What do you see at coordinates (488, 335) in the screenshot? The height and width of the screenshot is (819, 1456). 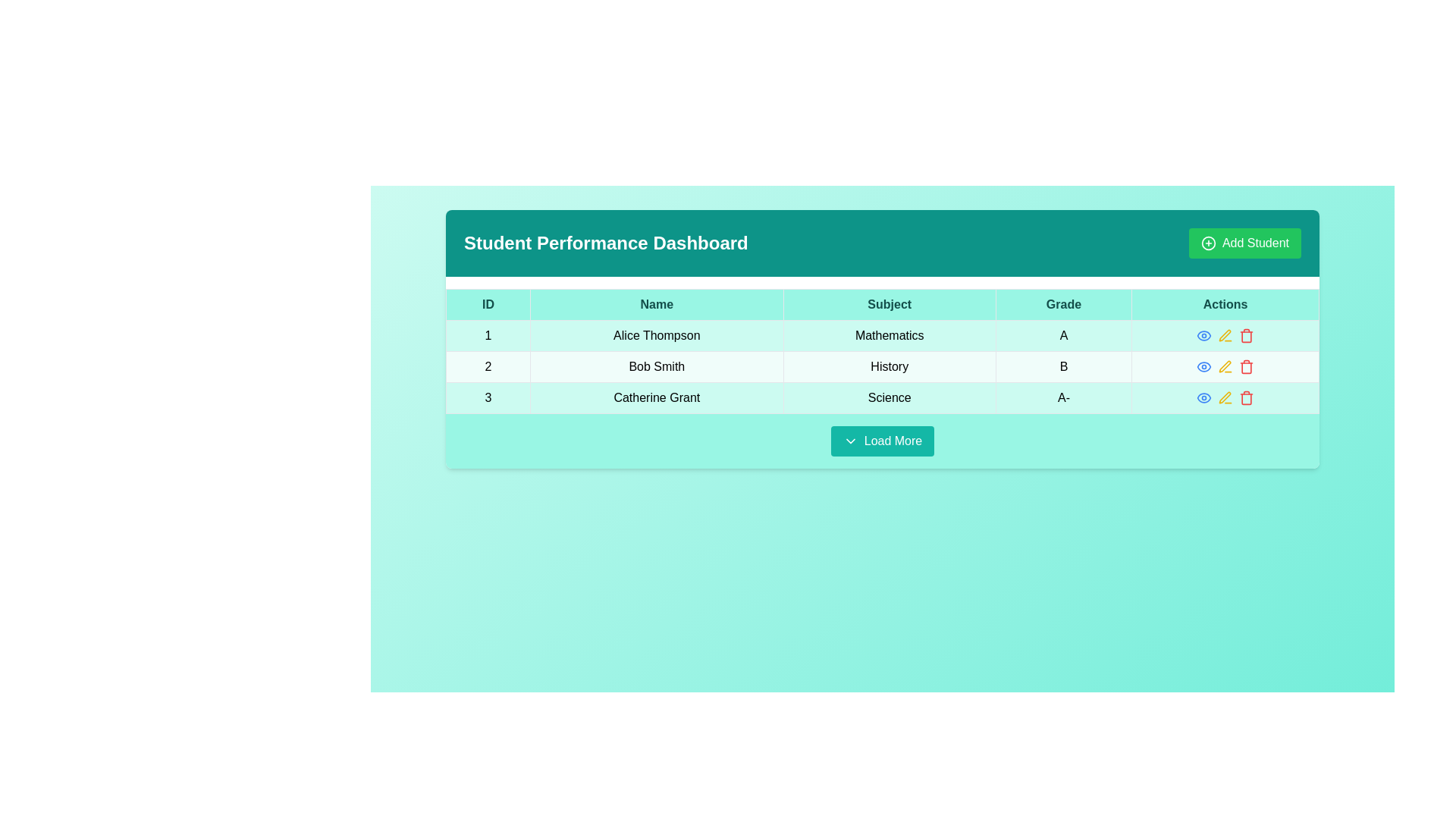 I see `the text element representing the ID or serial number in the first column of the first row of the table, which is aligned with the row containing 'Alice Thompson'` at bounding box center [488, 335].